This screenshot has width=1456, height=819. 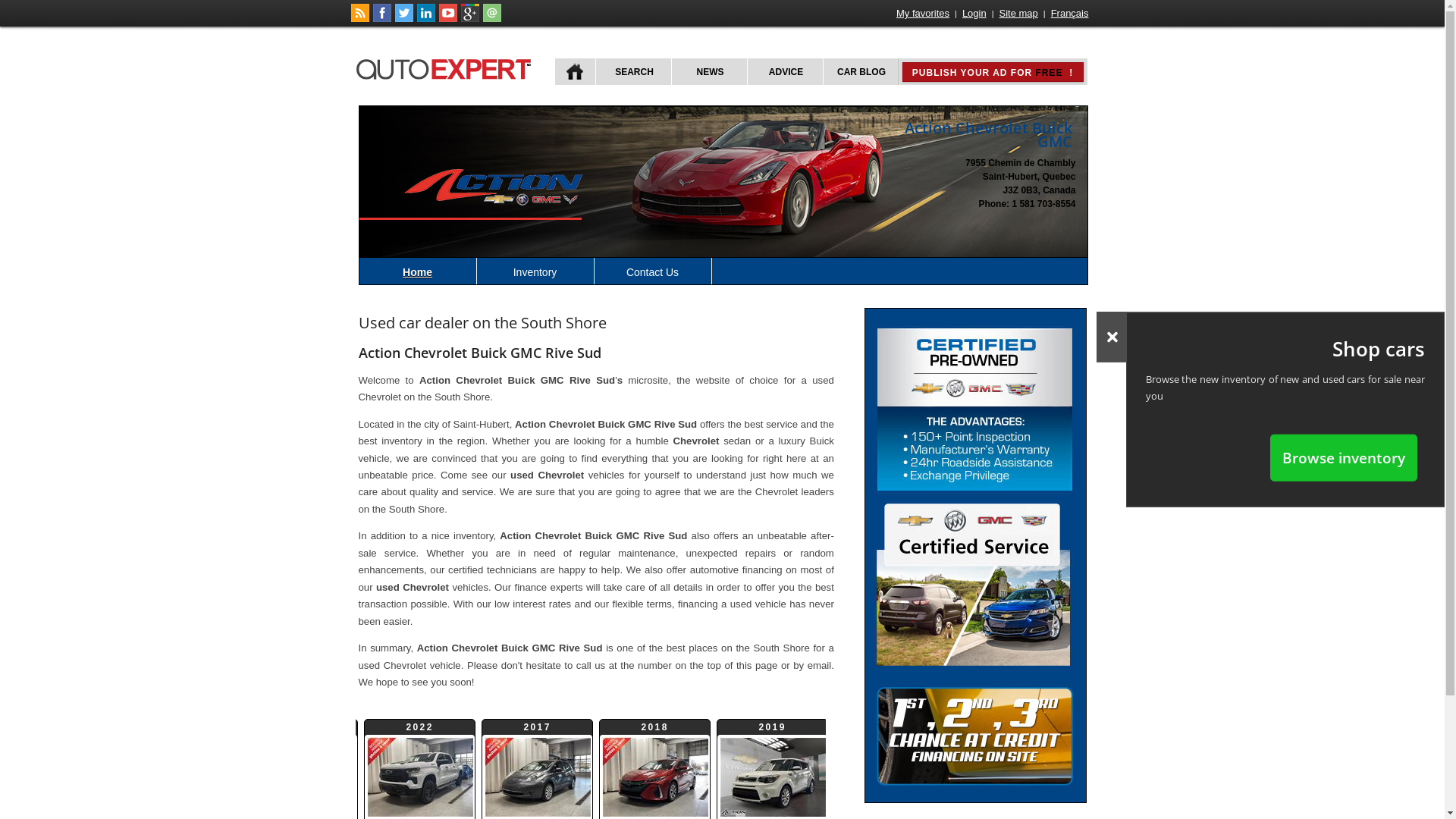 I want to click on 'NEWS', so click(x=708, y=71).